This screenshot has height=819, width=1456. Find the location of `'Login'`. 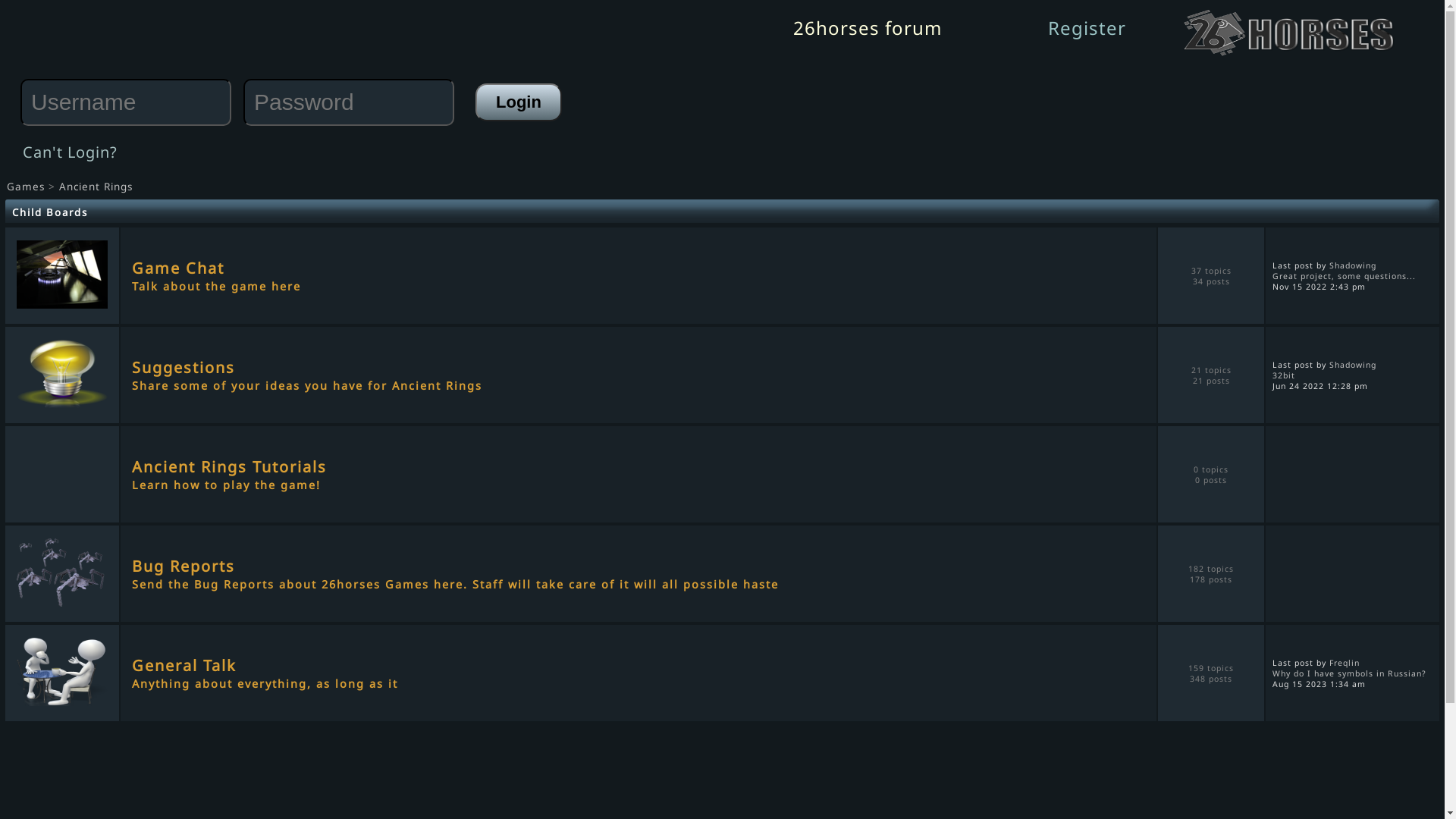

'Login' is located at coordinates (518, 102).